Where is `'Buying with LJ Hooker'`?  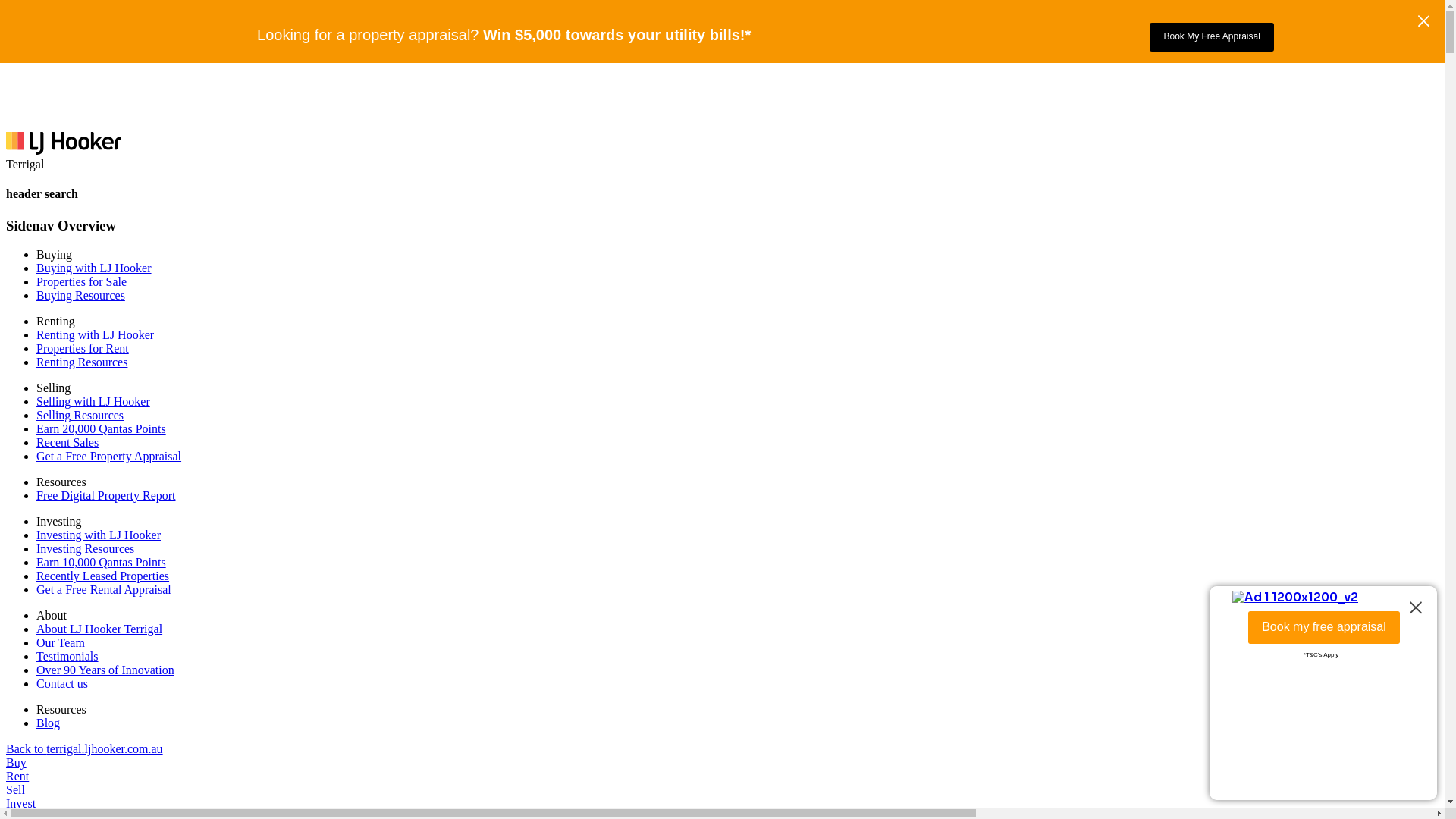
'Buying with LJ Hooker' is located at coordinates (36, 267).